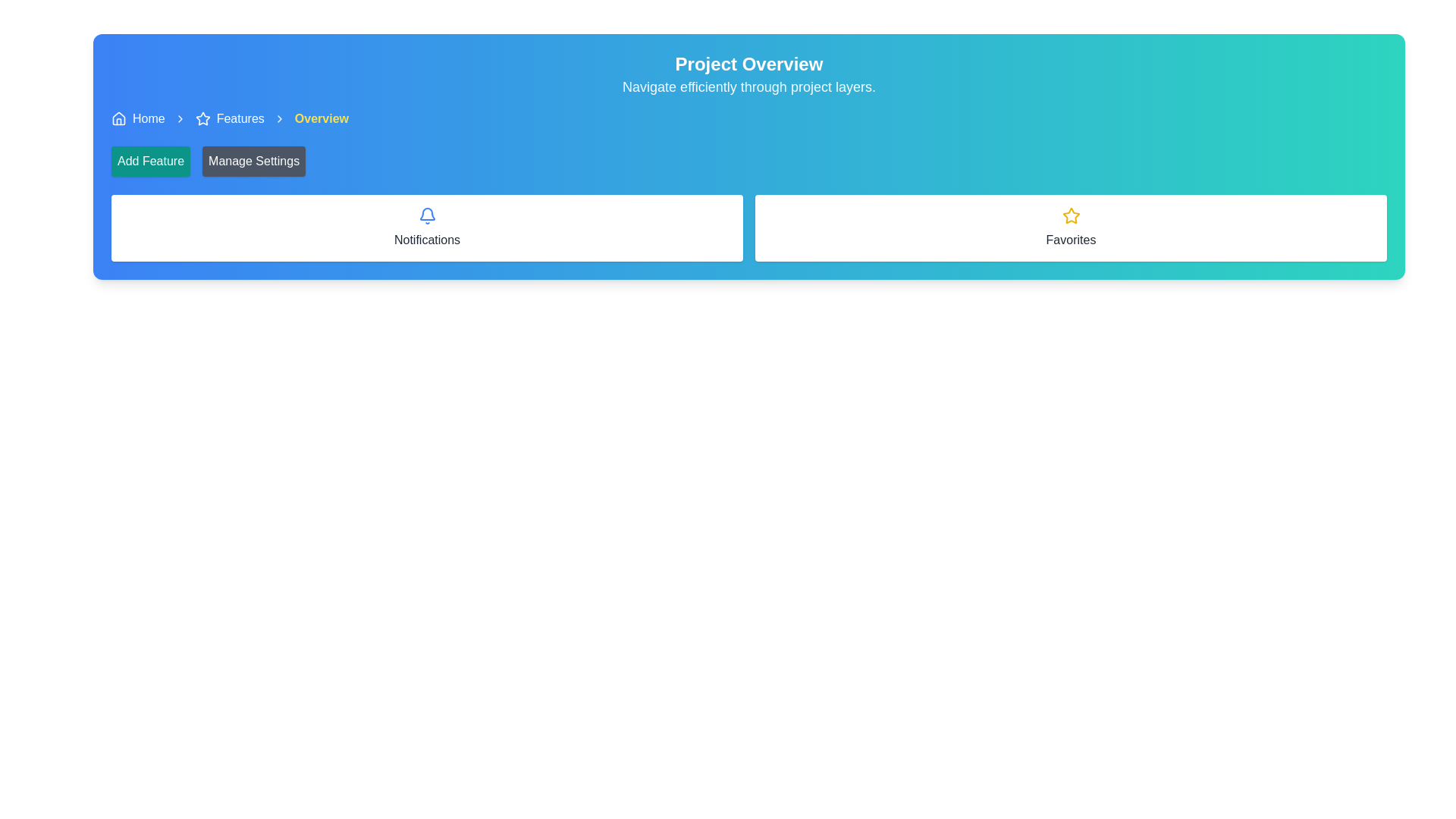  What do you see at coordinates (149, 118) in the screenshot?
I see `the hyperlink located to the right of the house-shaped icon in the horizontal navigation bar` at bounding box center [149, 118].